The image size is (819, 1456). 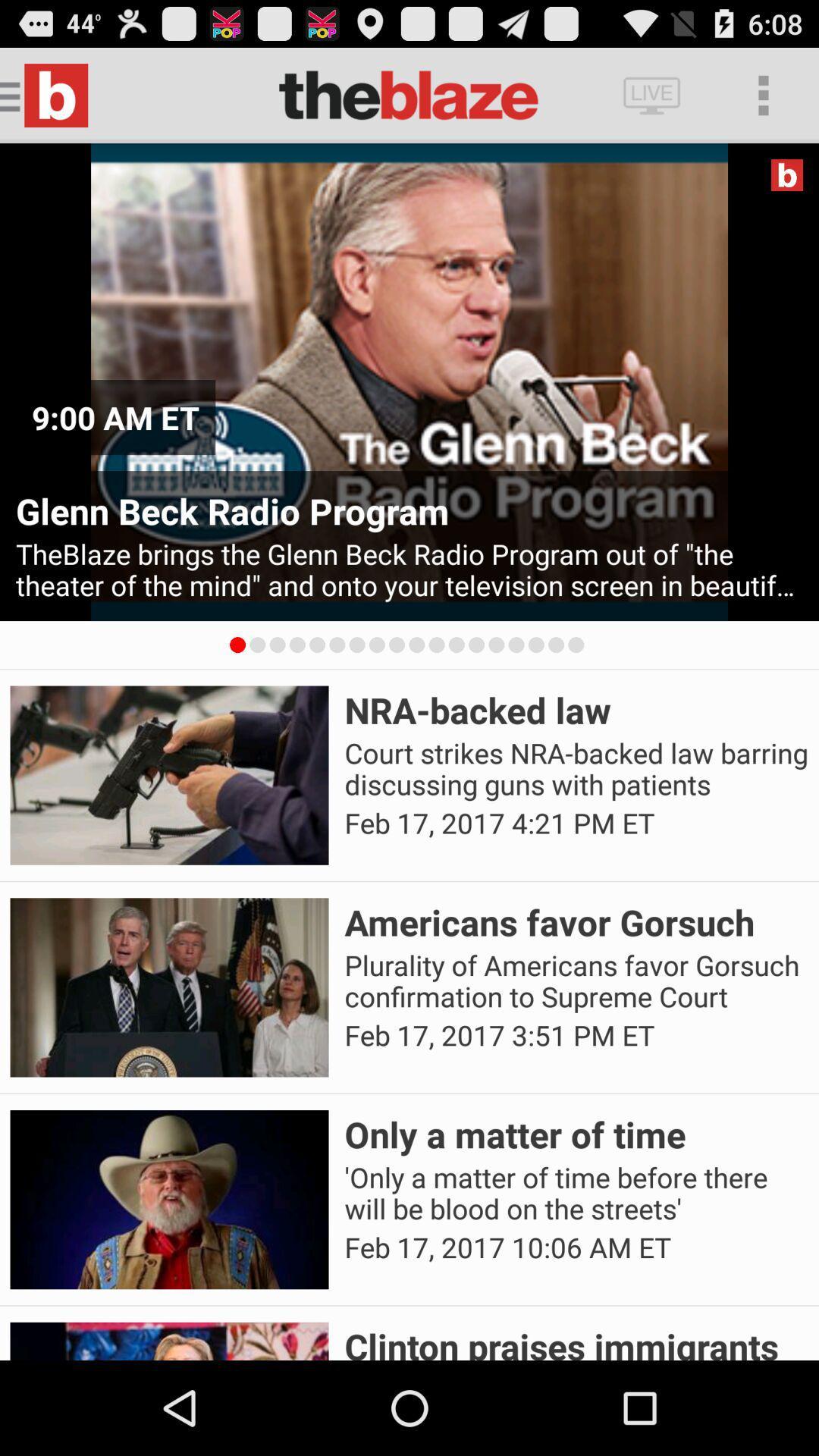 What do you see at coordinates (576, 769) in the screenshot?
I see `the court strikes nra app` at bounding box center [576, 769].